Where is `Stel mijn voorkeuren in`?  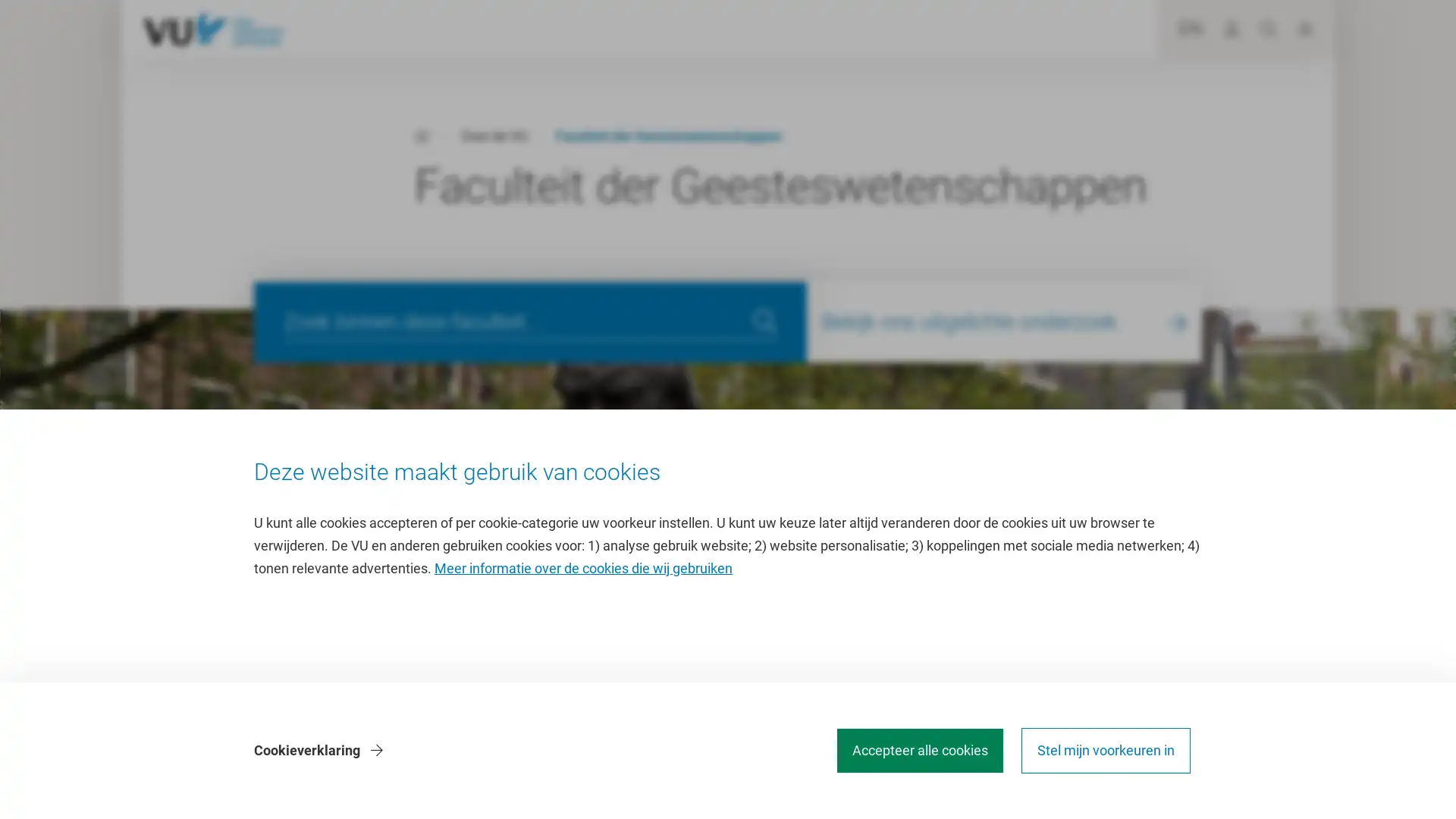 Stel mijn voorkeuren in is located at coordinates (1106, 751).